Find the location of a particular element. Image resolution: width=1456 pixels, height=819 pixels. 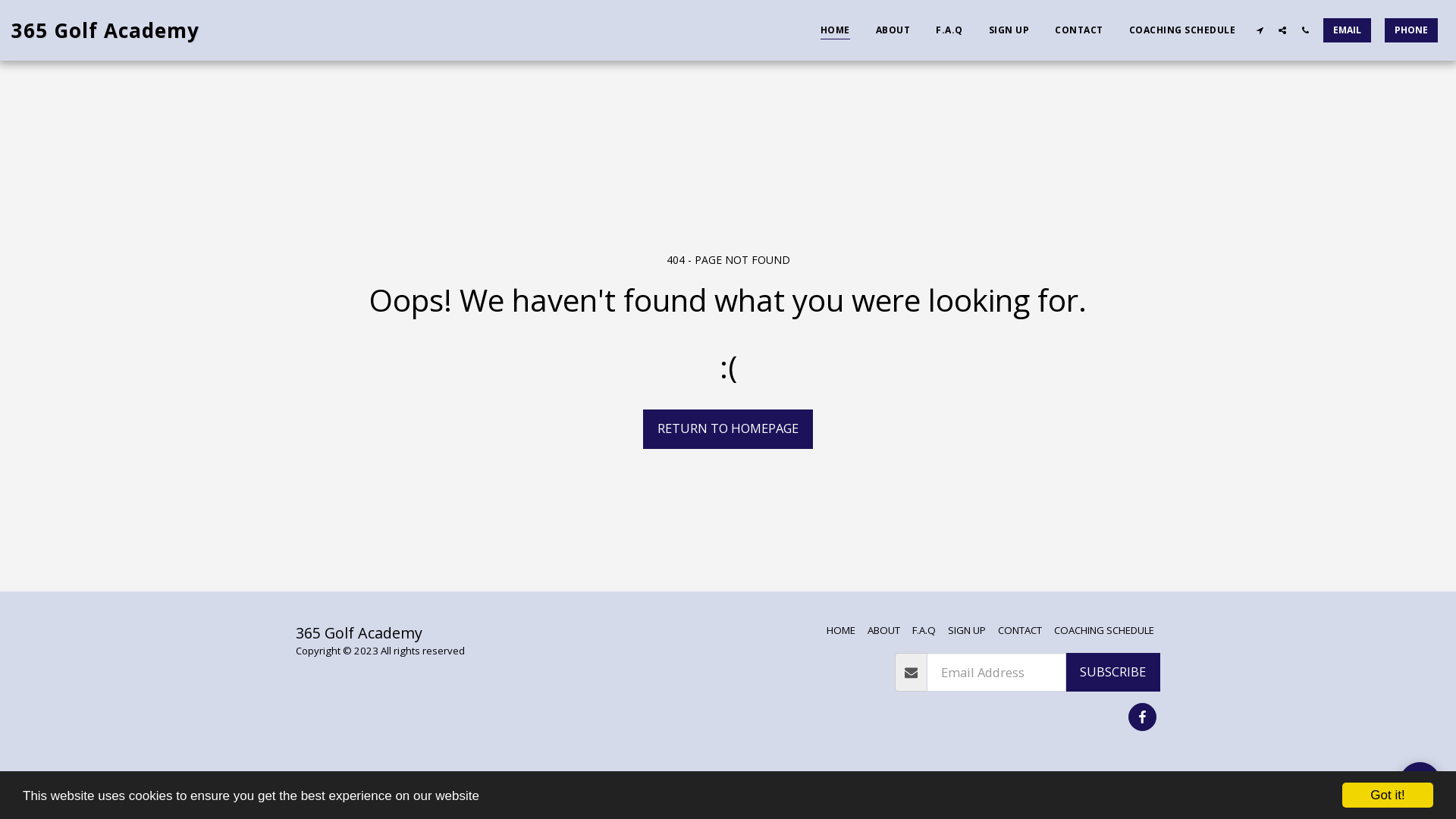

'SIGN UP' is located at coordinates (966, 629).